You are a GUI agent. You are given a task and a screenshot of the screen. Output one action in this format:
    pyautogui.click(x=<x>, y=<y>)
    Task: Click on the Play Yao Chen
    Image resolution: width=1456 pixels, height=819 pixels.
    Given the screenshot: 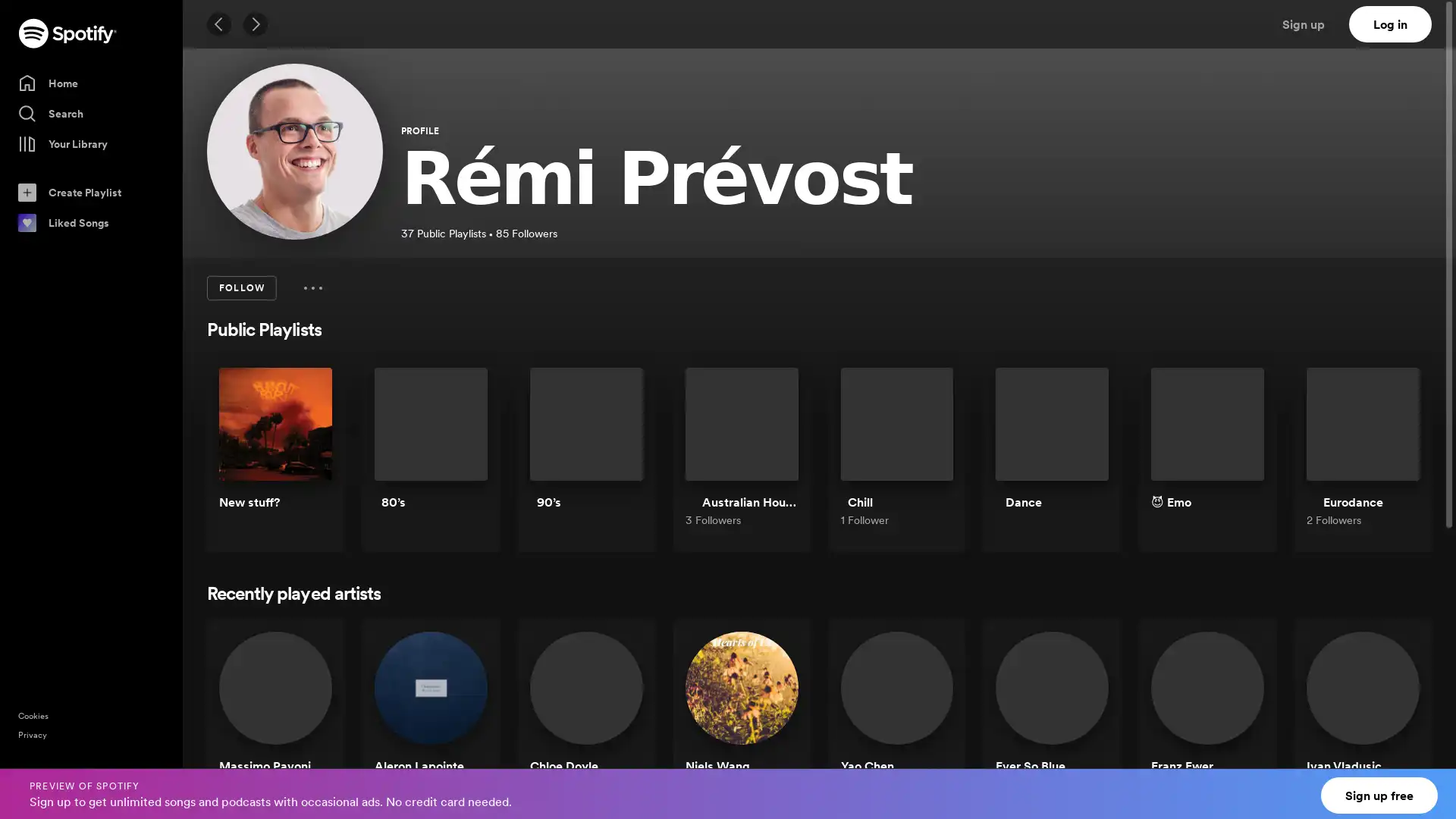 What is the action you would take?
    pyautogui.click(x=927, y=724)
    